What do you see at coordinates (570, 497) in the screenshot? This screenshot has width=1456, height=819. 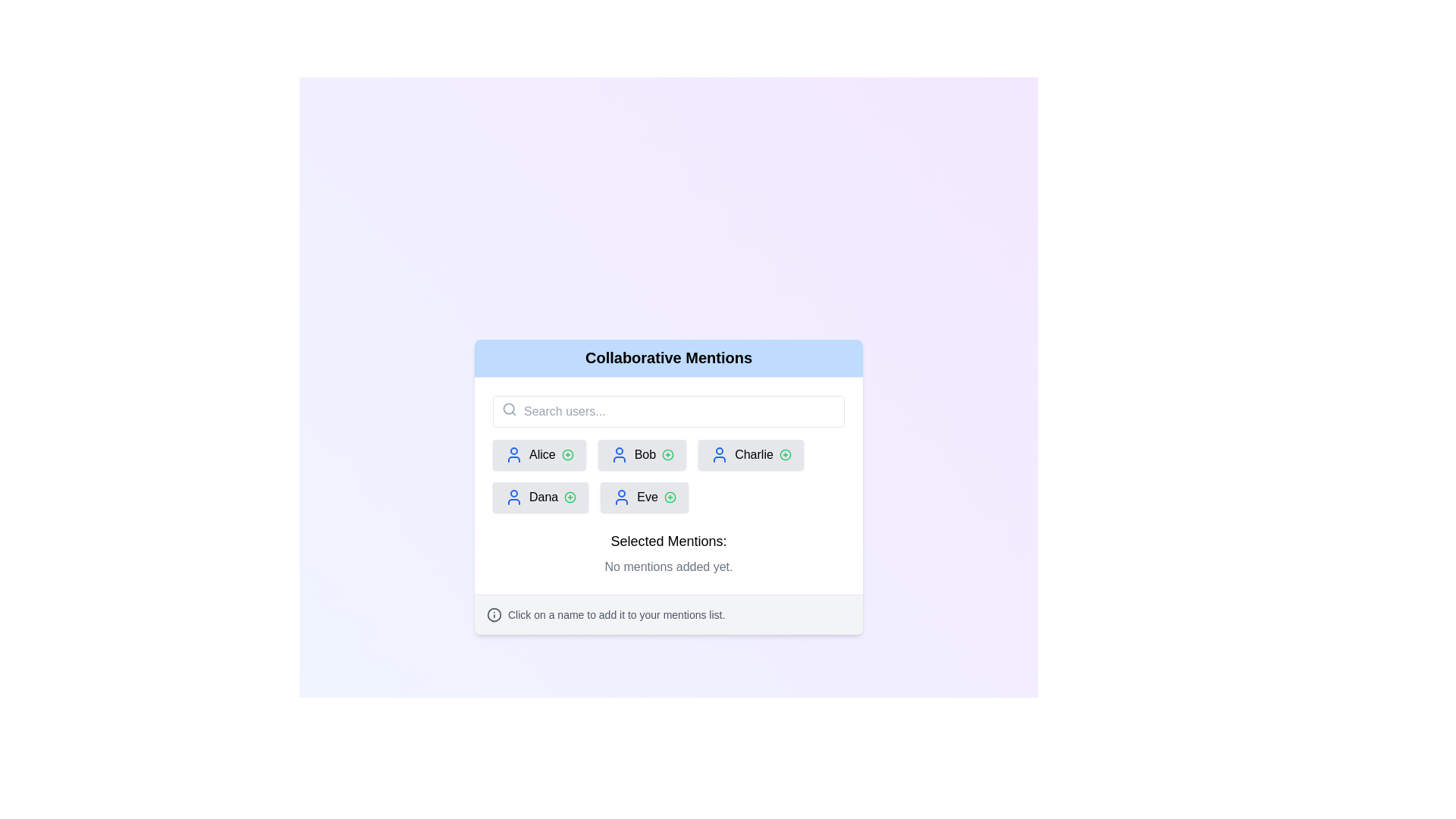 I see `the circular '+' icon with a green border located next to the word 'Dana' in the button-like box under the 'Collaborative Mentions' heading` at bounding box center [570, 497].